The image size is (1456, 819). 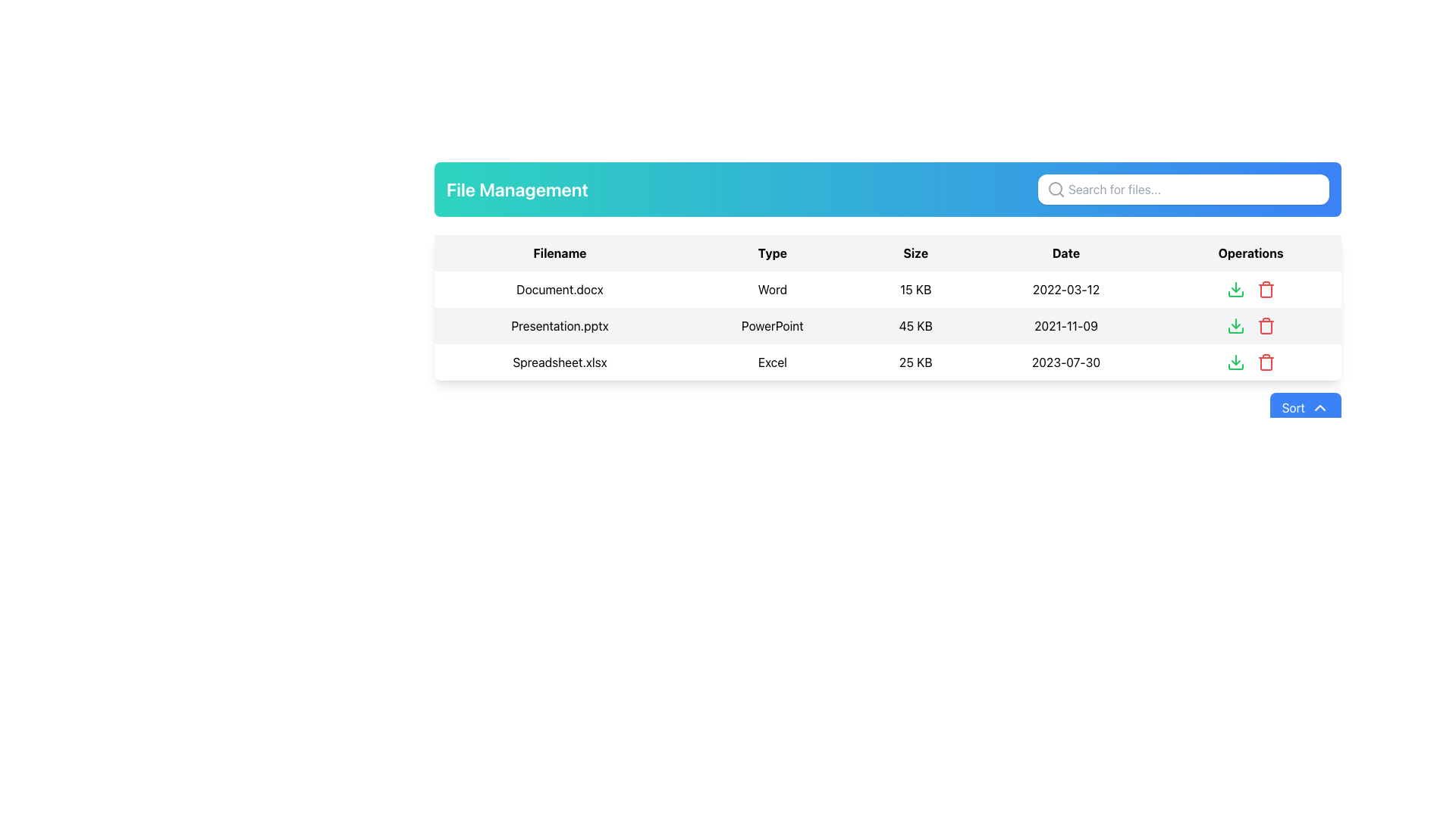 I want to click on the 'Date' text label, which is the fourth header item in a horizontal header row, displayed in bold black font on a light gray background, so click(x=1065, y=253).